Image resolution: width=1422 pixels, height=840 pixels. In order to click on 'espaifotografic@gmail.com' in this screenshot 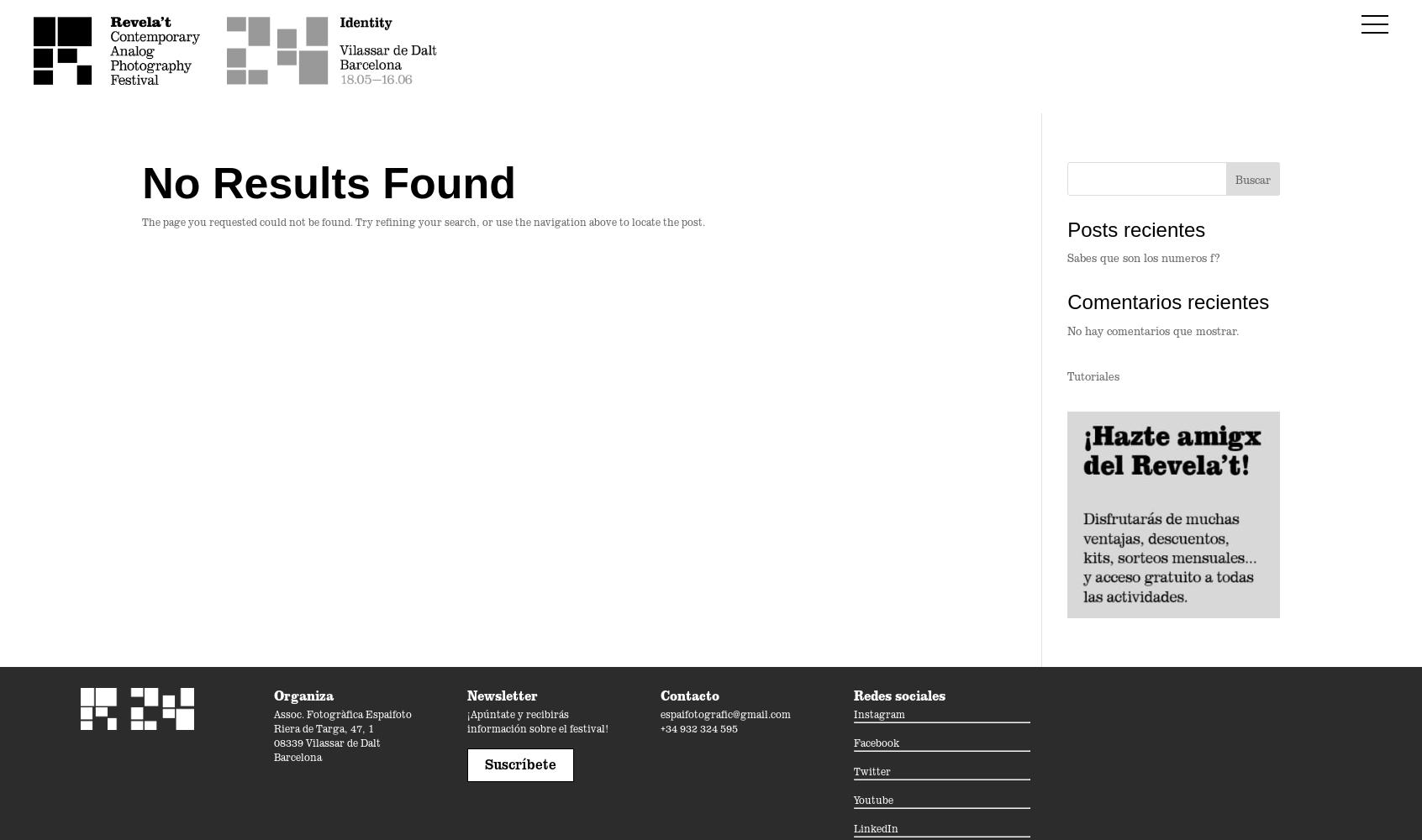, I will do `click(724, 712)`.